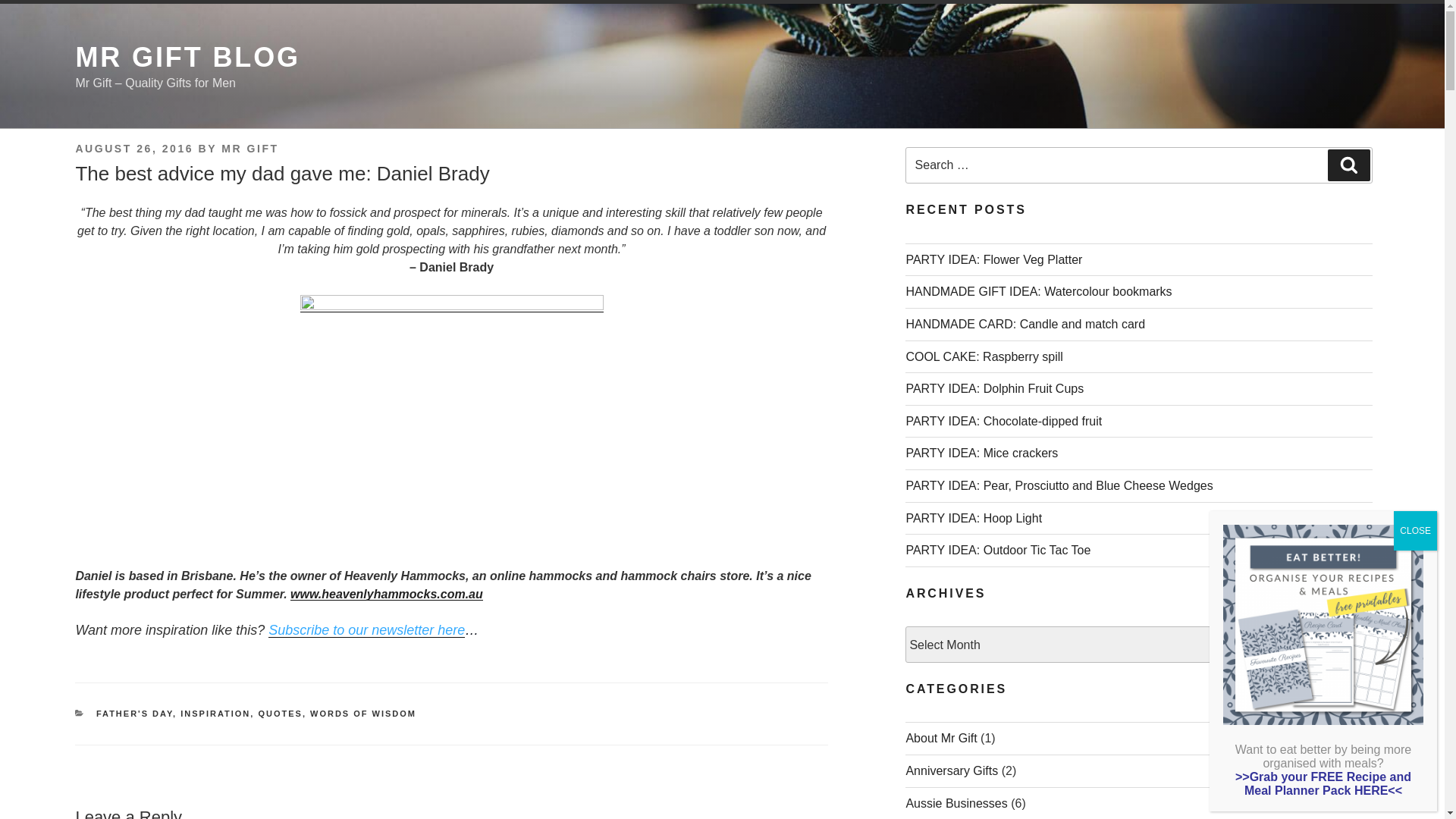  What do you see at coordinates (905, 802) in the screenshot?
I see `'Aussie Businesses'` at bounding box center [905, 802].